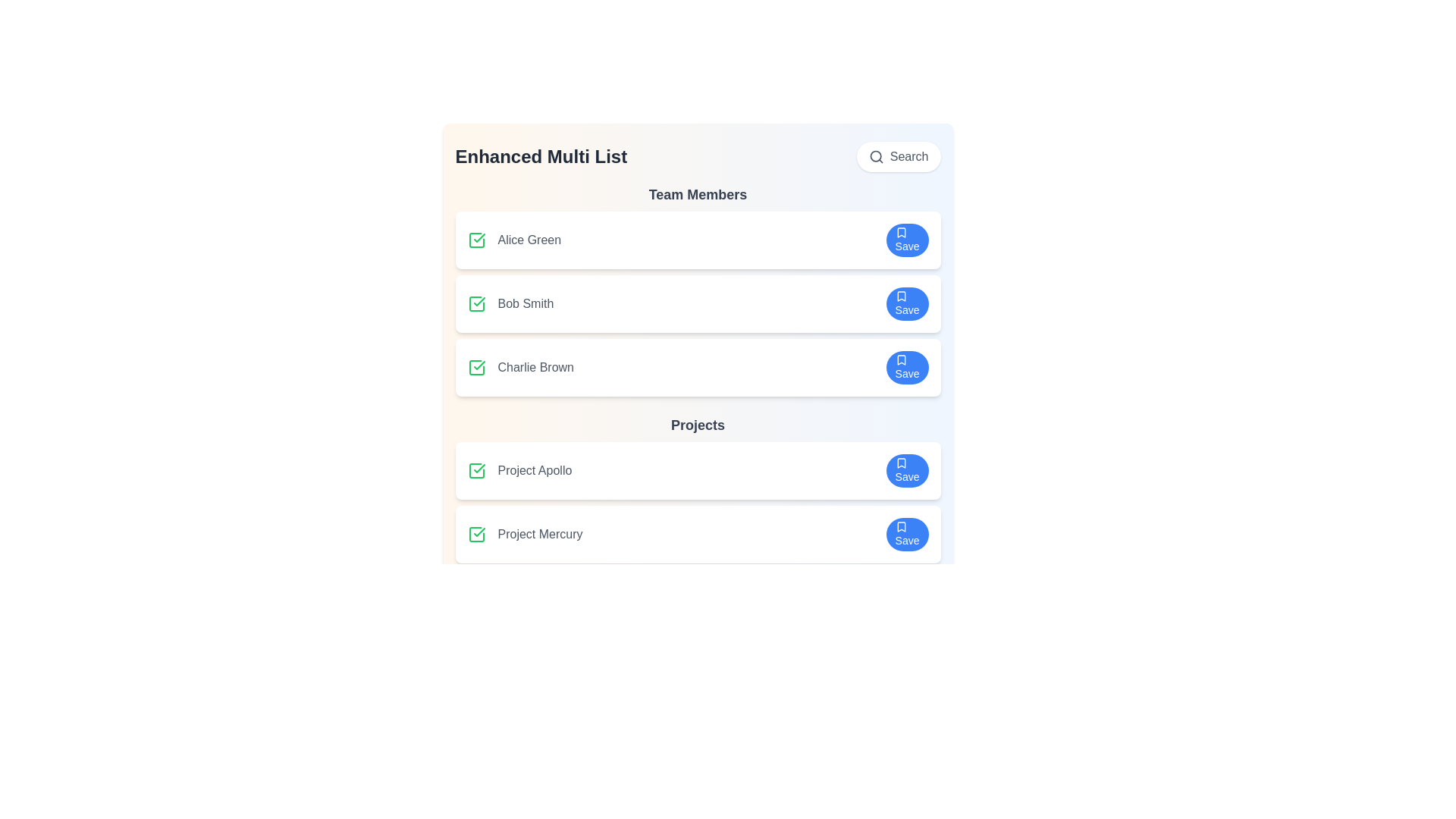  What do you see at coordinates (907, 304) in the screenshot?
I see `the save button for Bob Smith` at bounding box center [907, 304].